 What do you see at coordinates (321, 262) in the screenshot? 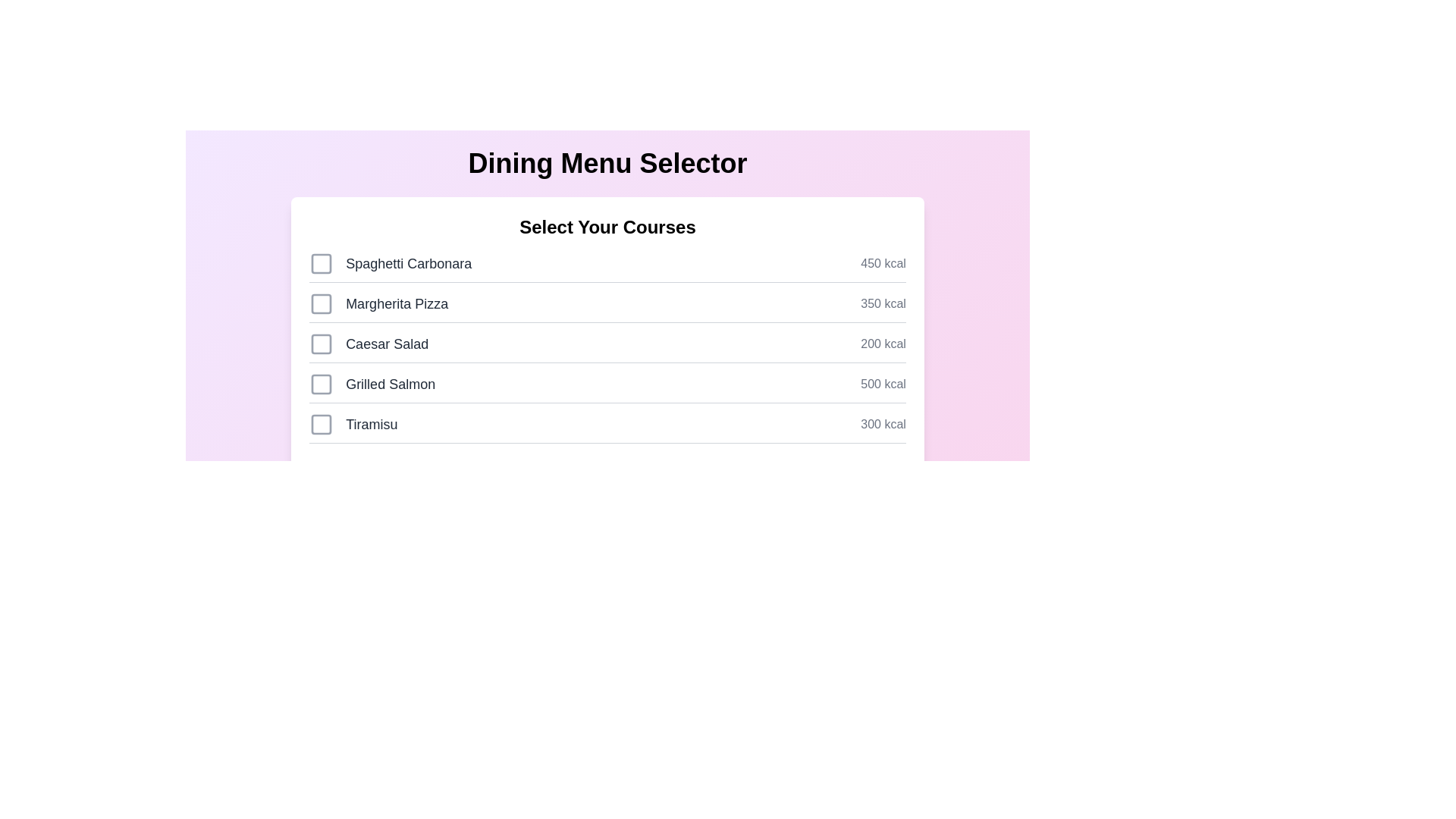
I see `the checkbox for the dish Spaghetti Carbonara` at bounding box center [321, 262].